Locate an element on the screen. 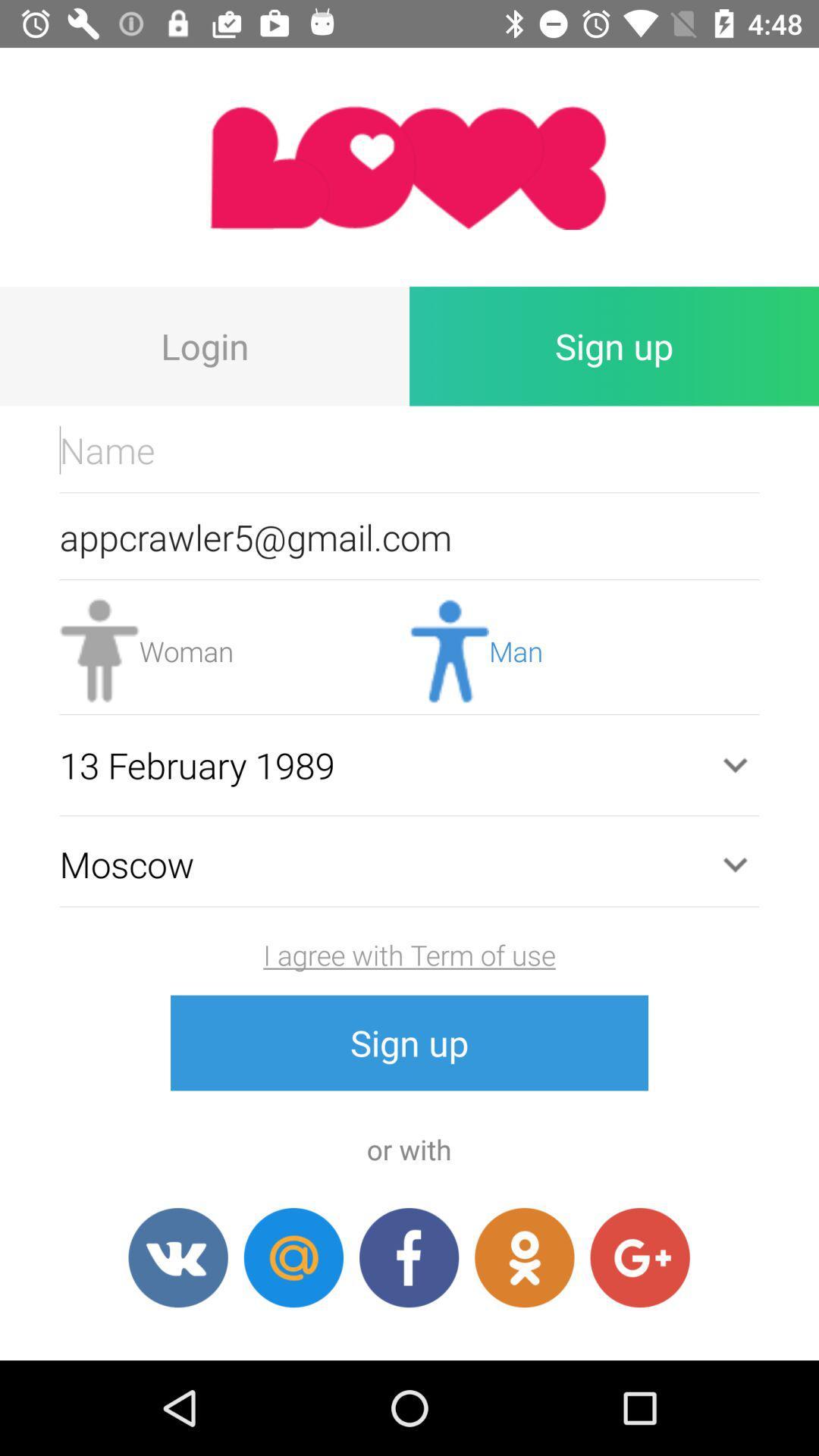 The width and height of the screenshot is (819, 1456). facebook is located at coordinates (408, 1257).